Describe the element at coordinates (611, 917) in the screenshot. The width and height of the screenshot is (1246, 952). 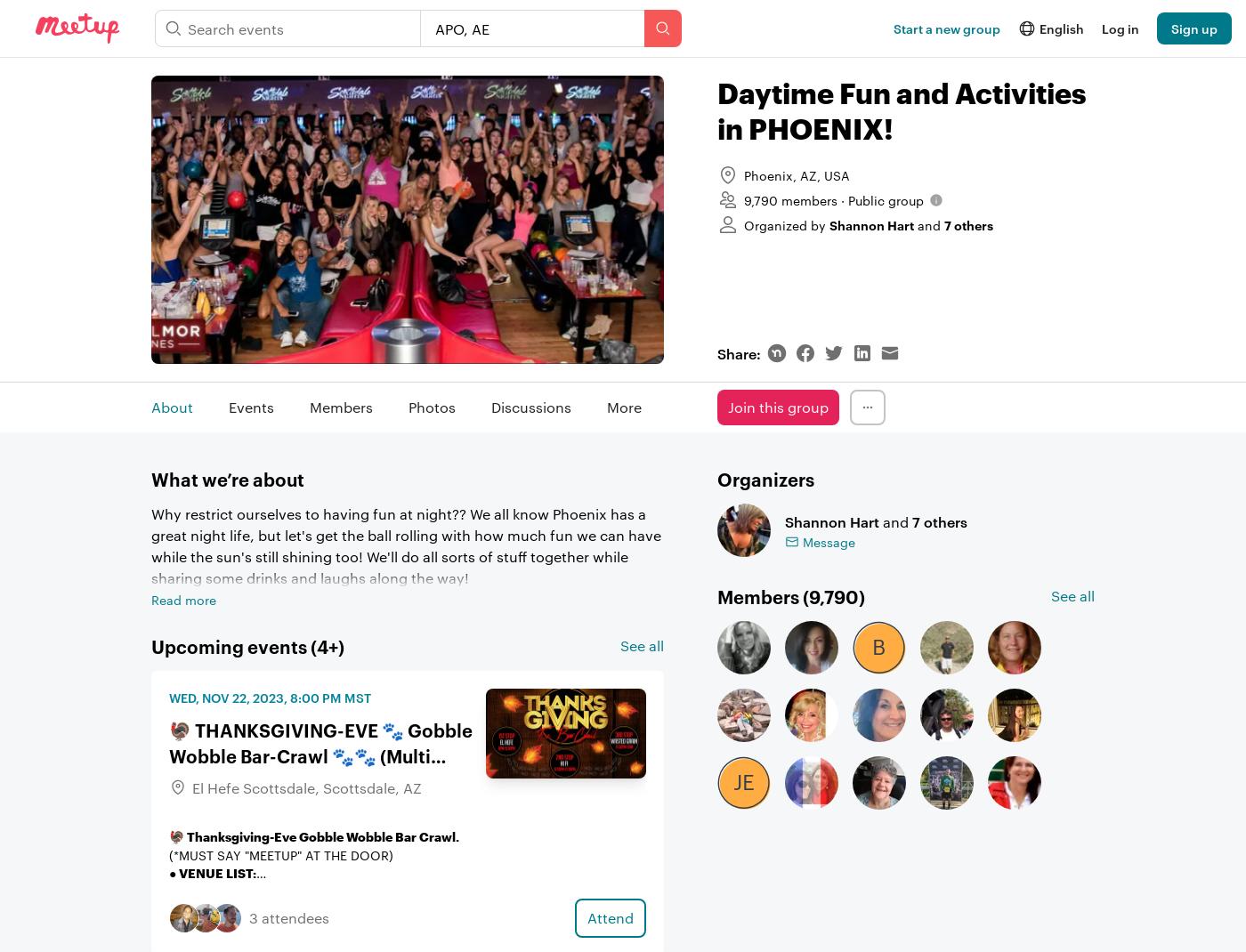
I see `'Attend'` at that location.